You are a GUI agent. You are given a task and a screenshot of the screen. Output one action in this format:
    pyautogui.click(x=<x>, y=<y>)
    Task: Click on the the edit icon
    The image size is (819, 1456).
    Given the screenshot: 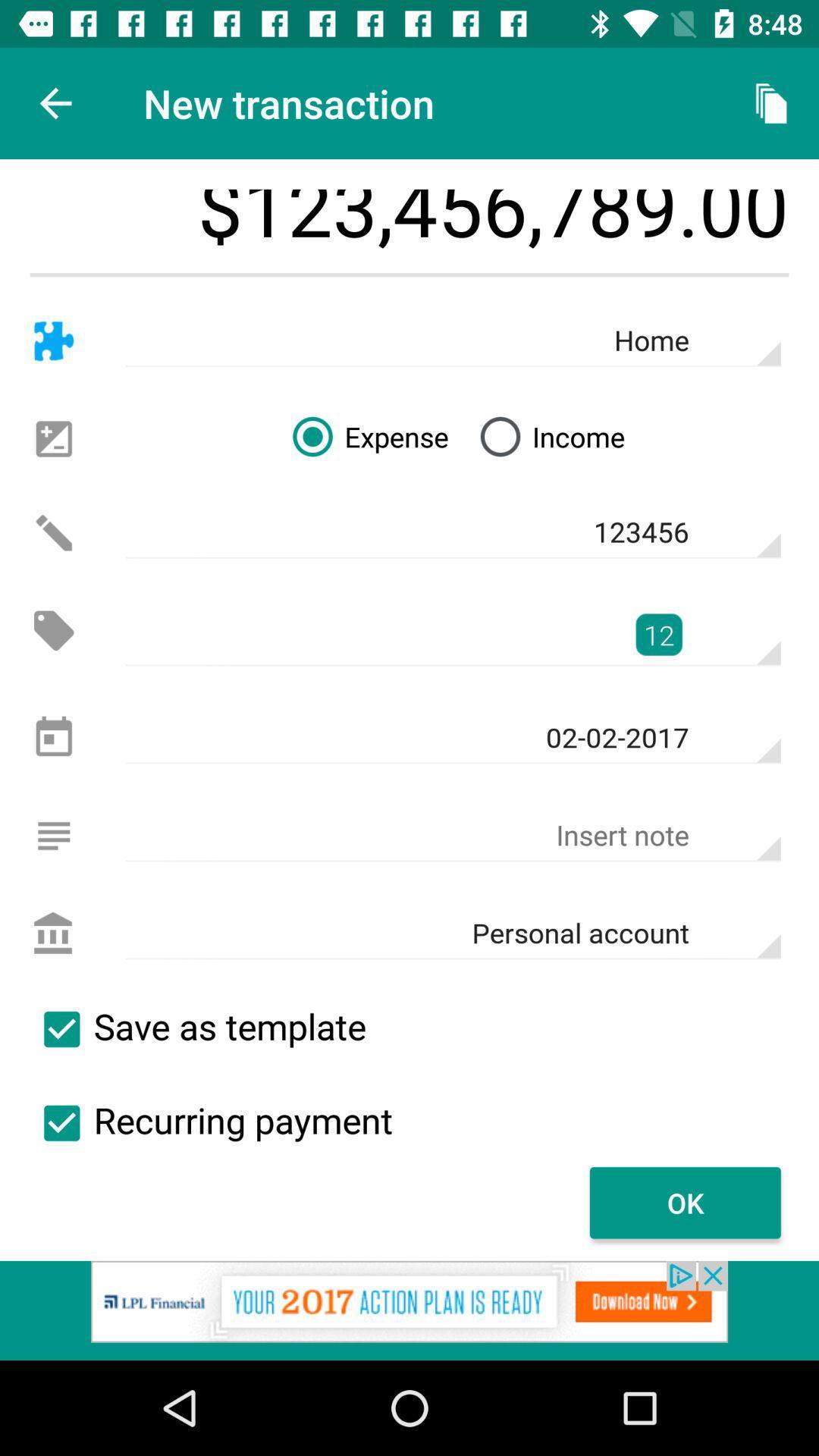 What is the action you would take?
    pyautogui.click(x=53, y=532)
    